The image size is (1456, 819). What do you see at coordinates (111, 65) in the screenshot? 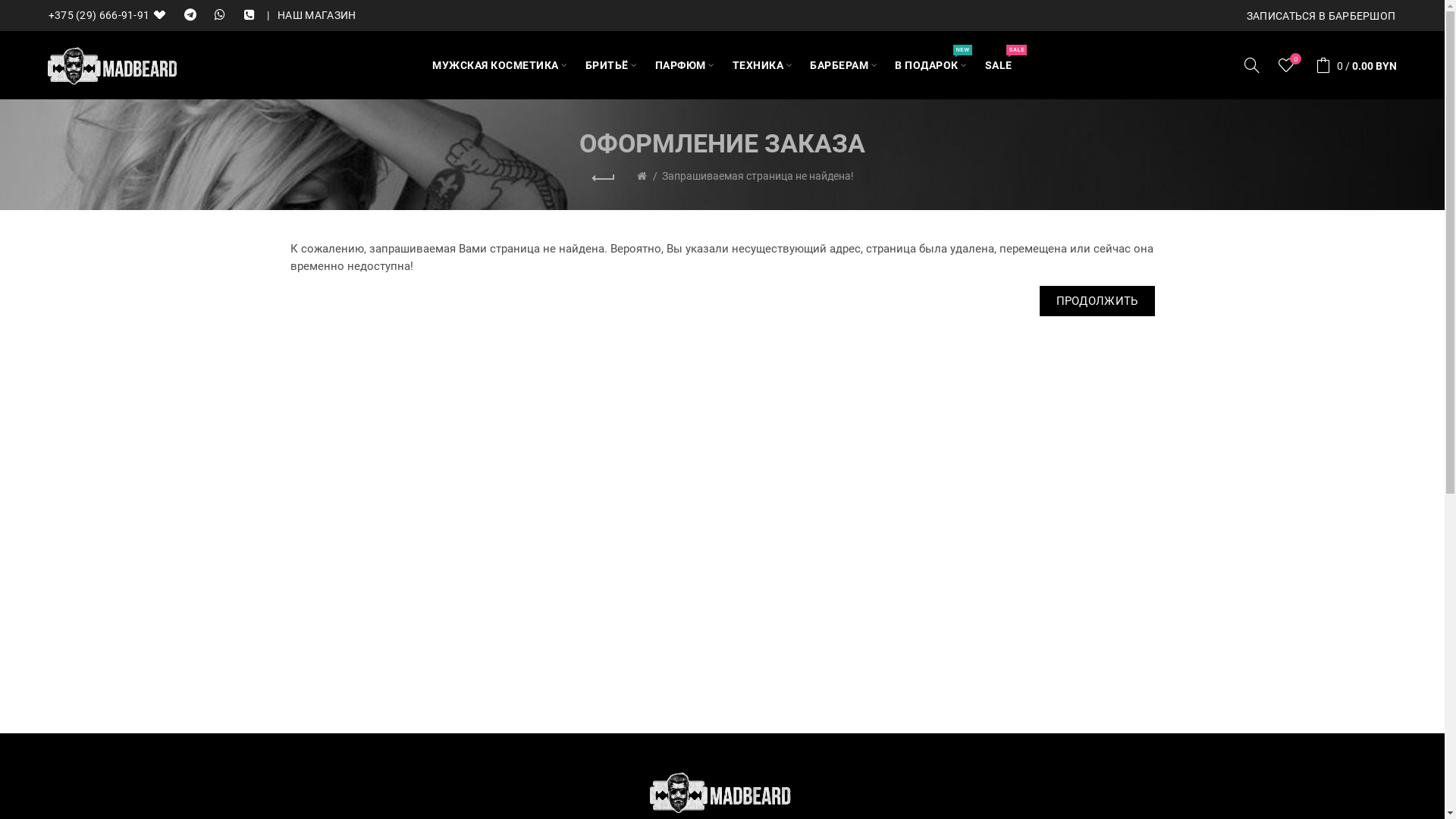
I see `'Madbeard.by'` at bounding box center [111, 65].